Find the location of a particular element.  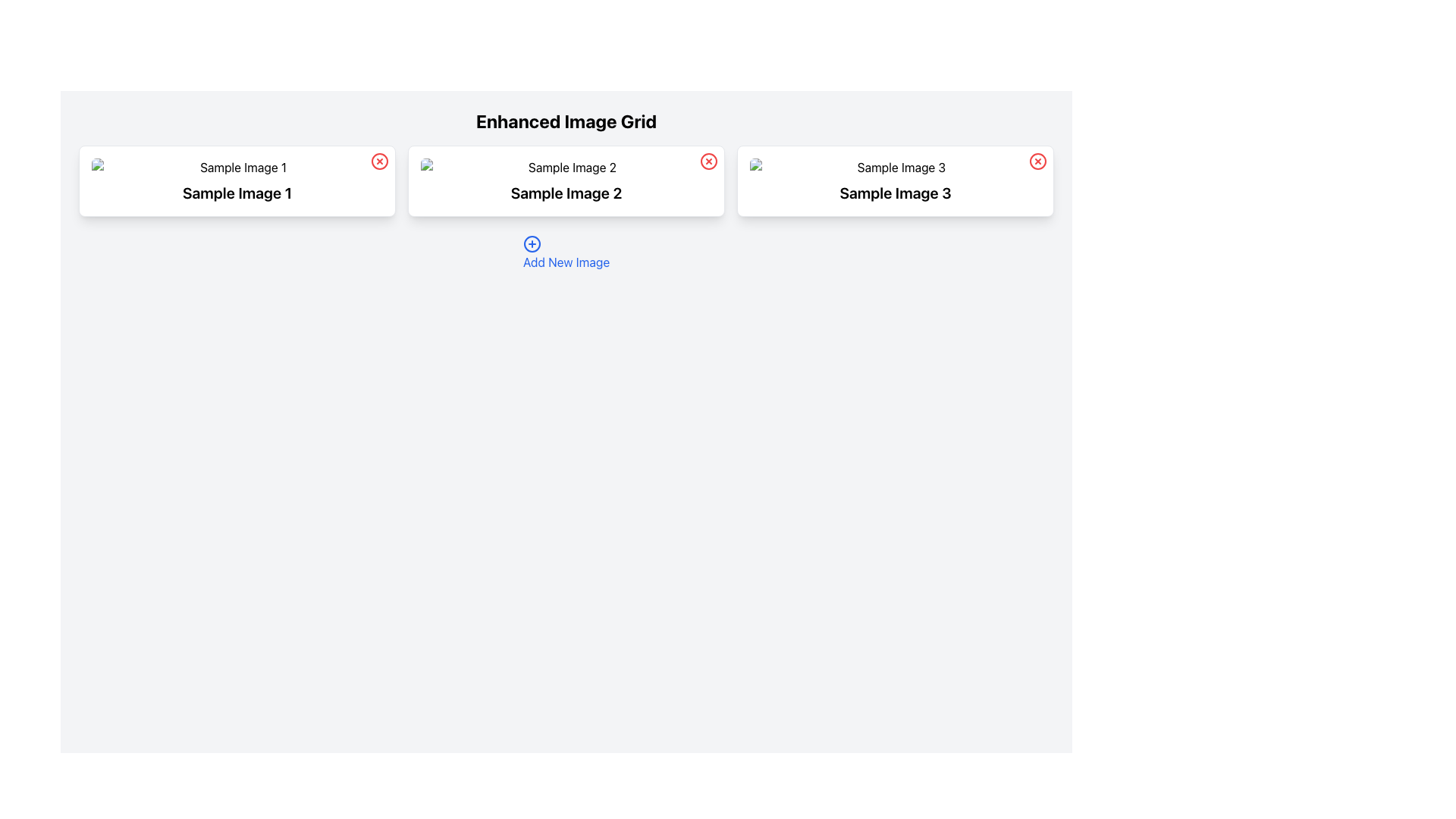

the third Card element in the three-column grid layout that displays an image and title is located at coordinates (895, 180).